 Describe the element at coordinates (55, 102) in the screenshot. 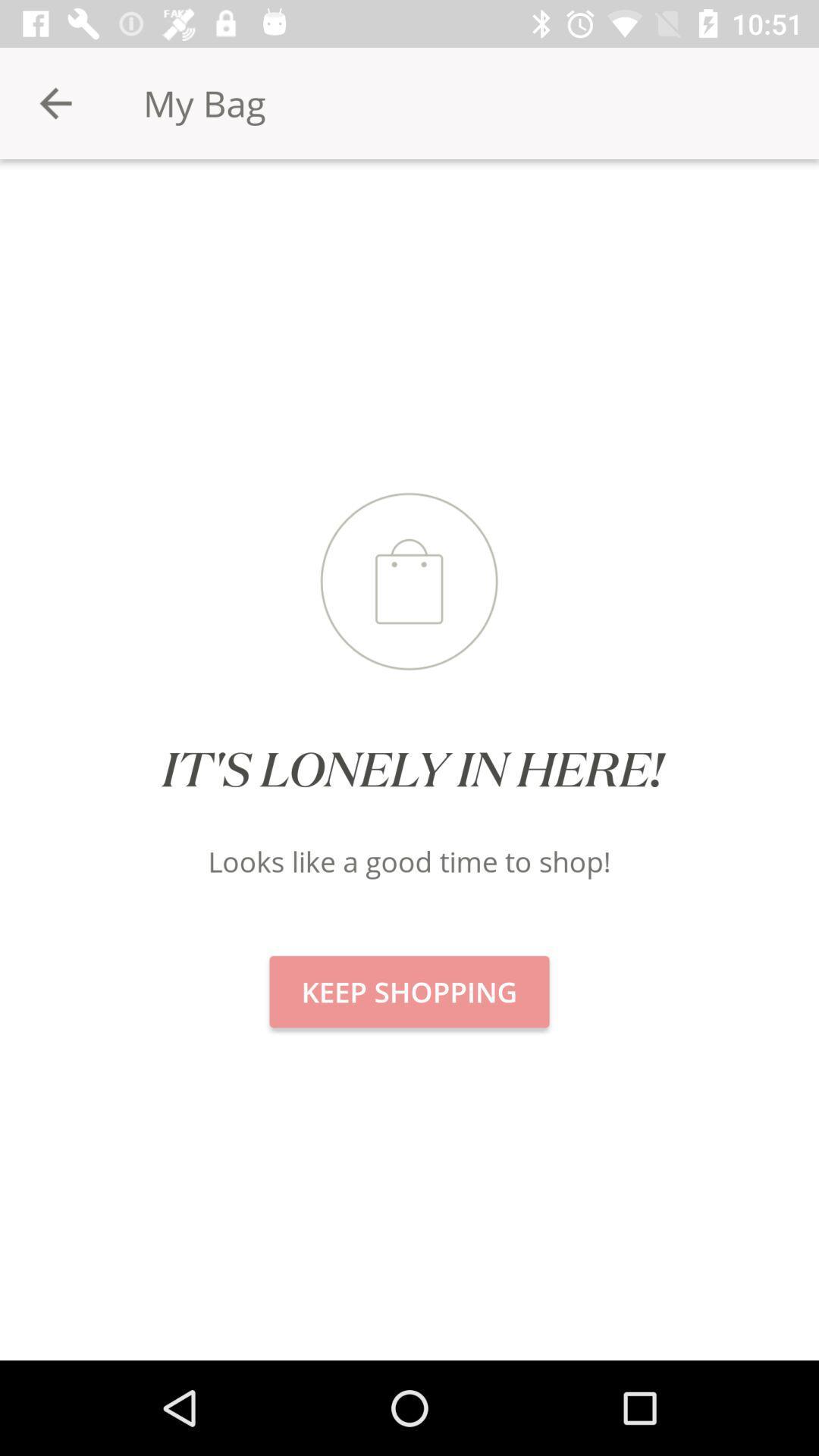

I see `item above it s lonely` at that location.